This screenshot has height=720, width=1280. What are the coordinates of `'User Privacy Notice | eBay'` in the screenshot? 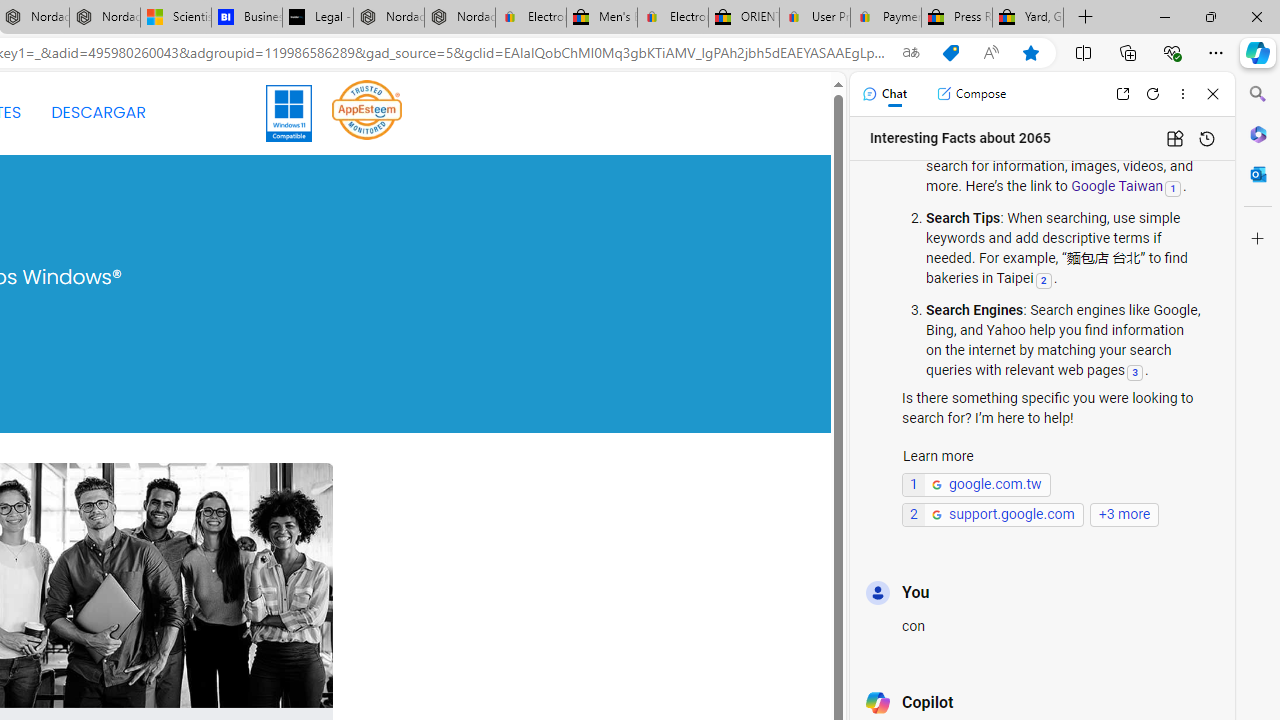 It's located at (814, 17).